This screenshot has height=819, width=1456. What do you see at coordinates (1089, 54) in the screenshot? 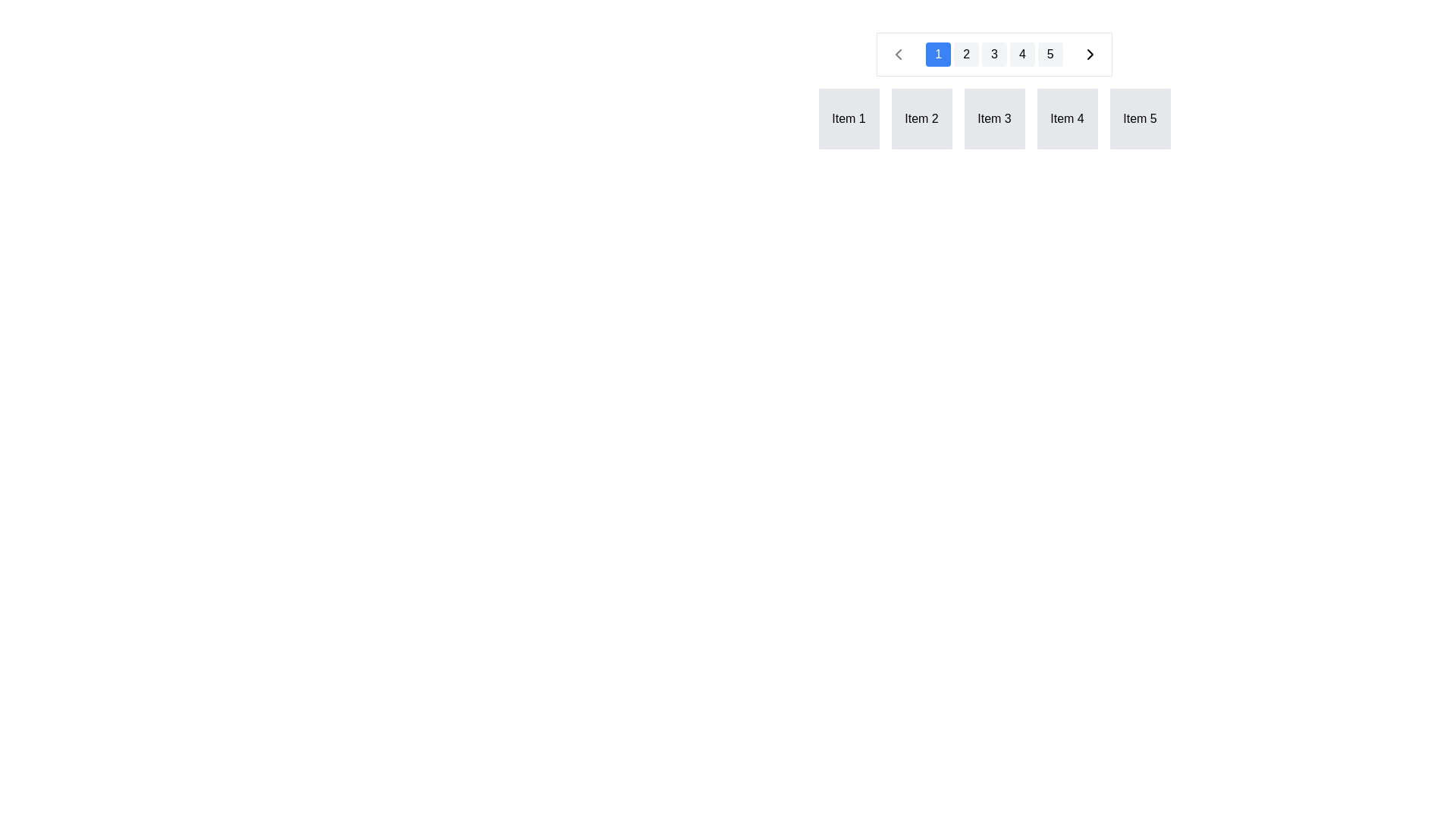
I see `the pagination button located at the far right of the control group, next to the '5' button` at bounding box center [1089, 54].